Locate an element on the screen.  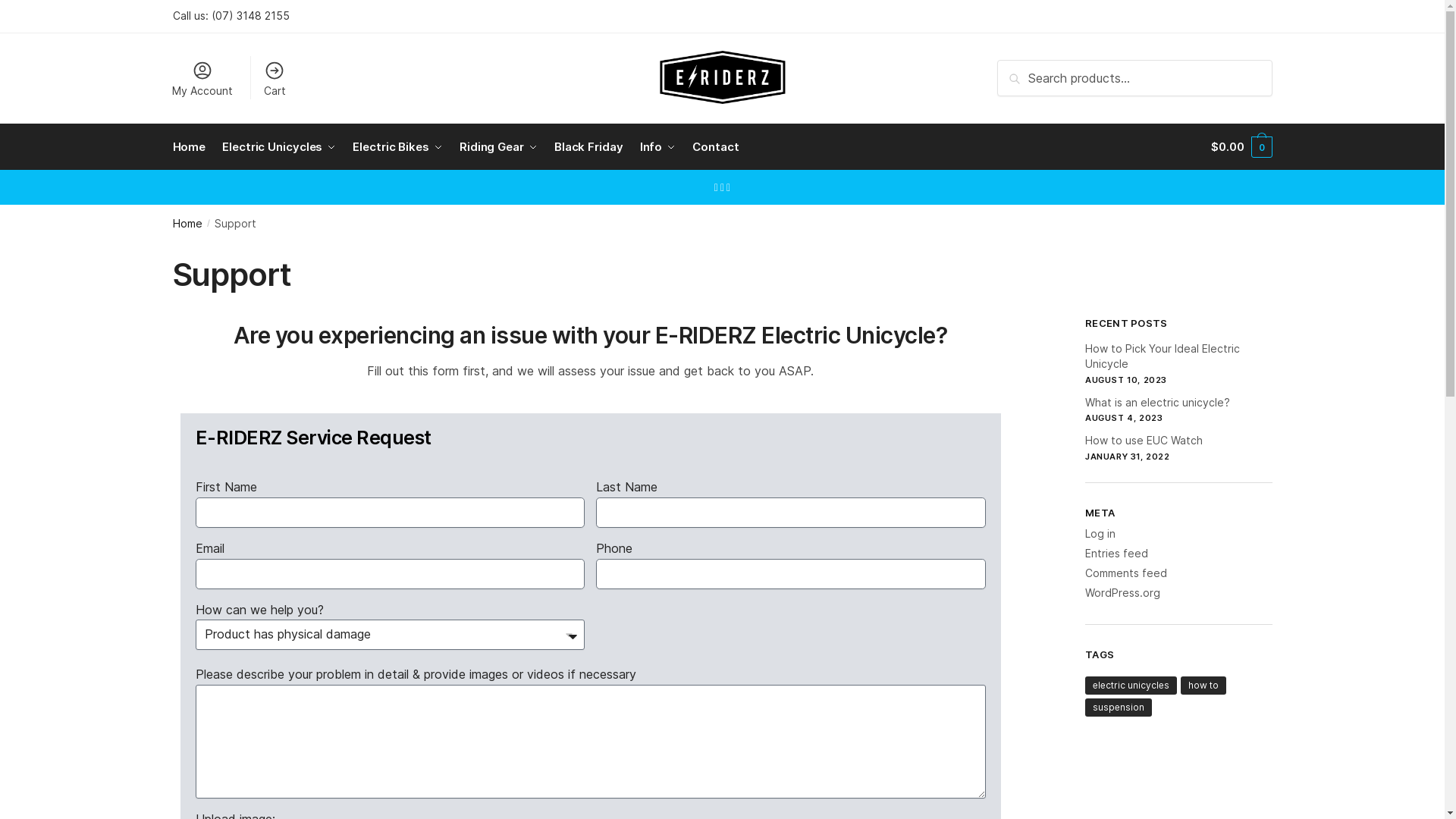
'$0.00 0' is located at coordinates (1241, 146).